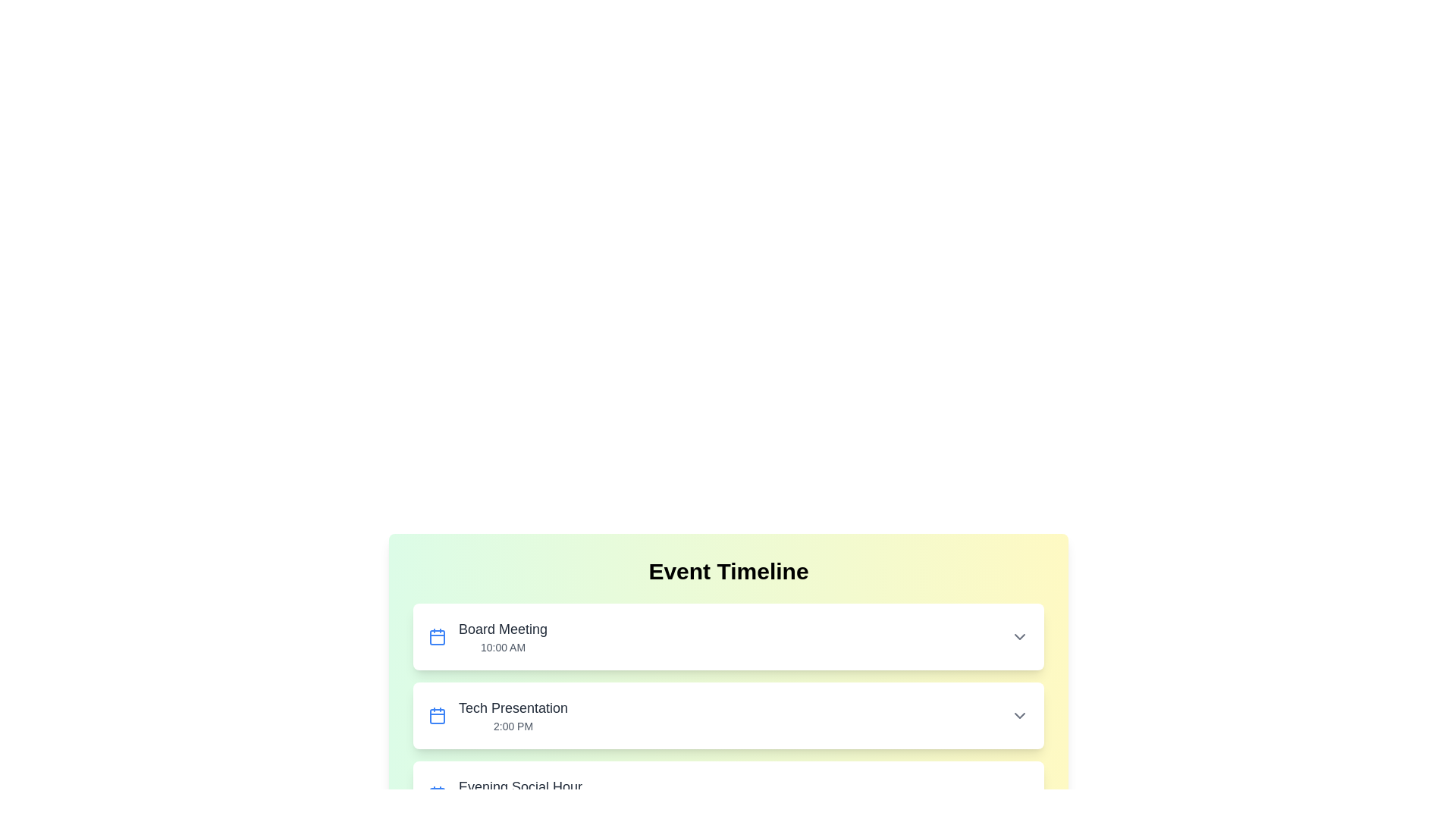 This screenshot has width=1456, height=819. What do you see at coordinates (503, 637) in the screenshot?
I see `the Text display component that shows the title 'Board Meeting' and the time '10:00 AM', which is located in the first row of the event timeline interface` at bounding box center [503, 637].